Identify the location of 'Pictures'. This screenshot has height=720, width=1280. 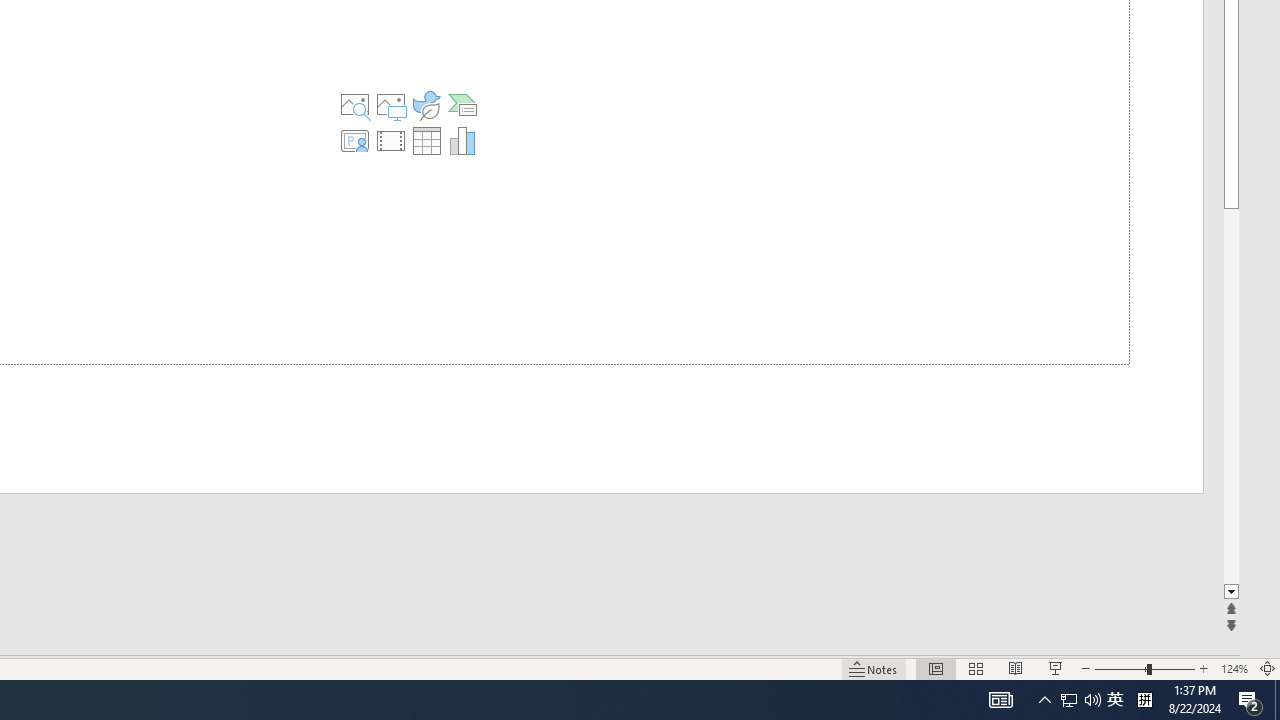
(391, 105).